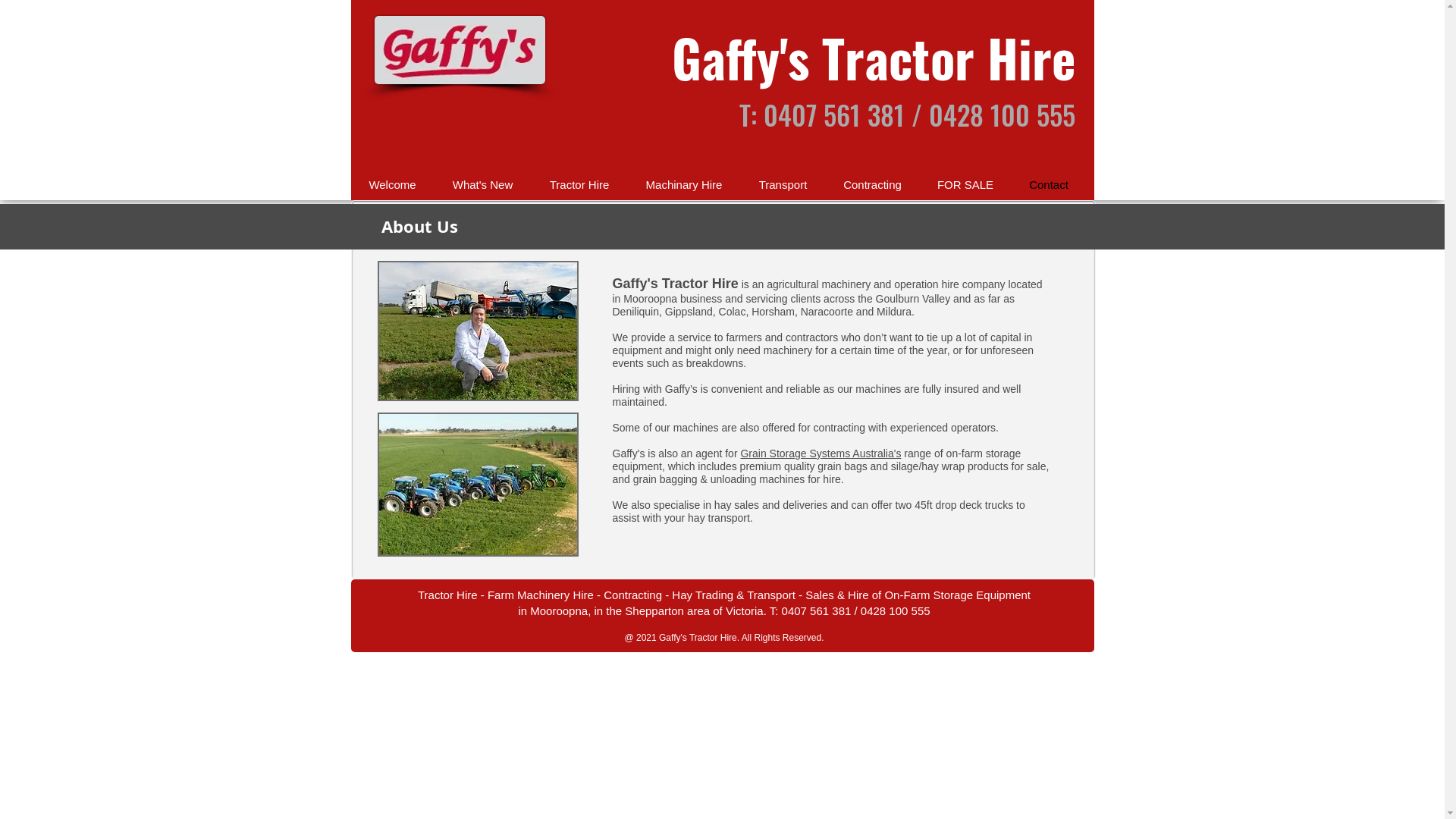  I want to click on 'Contracting', so click(872, 184).